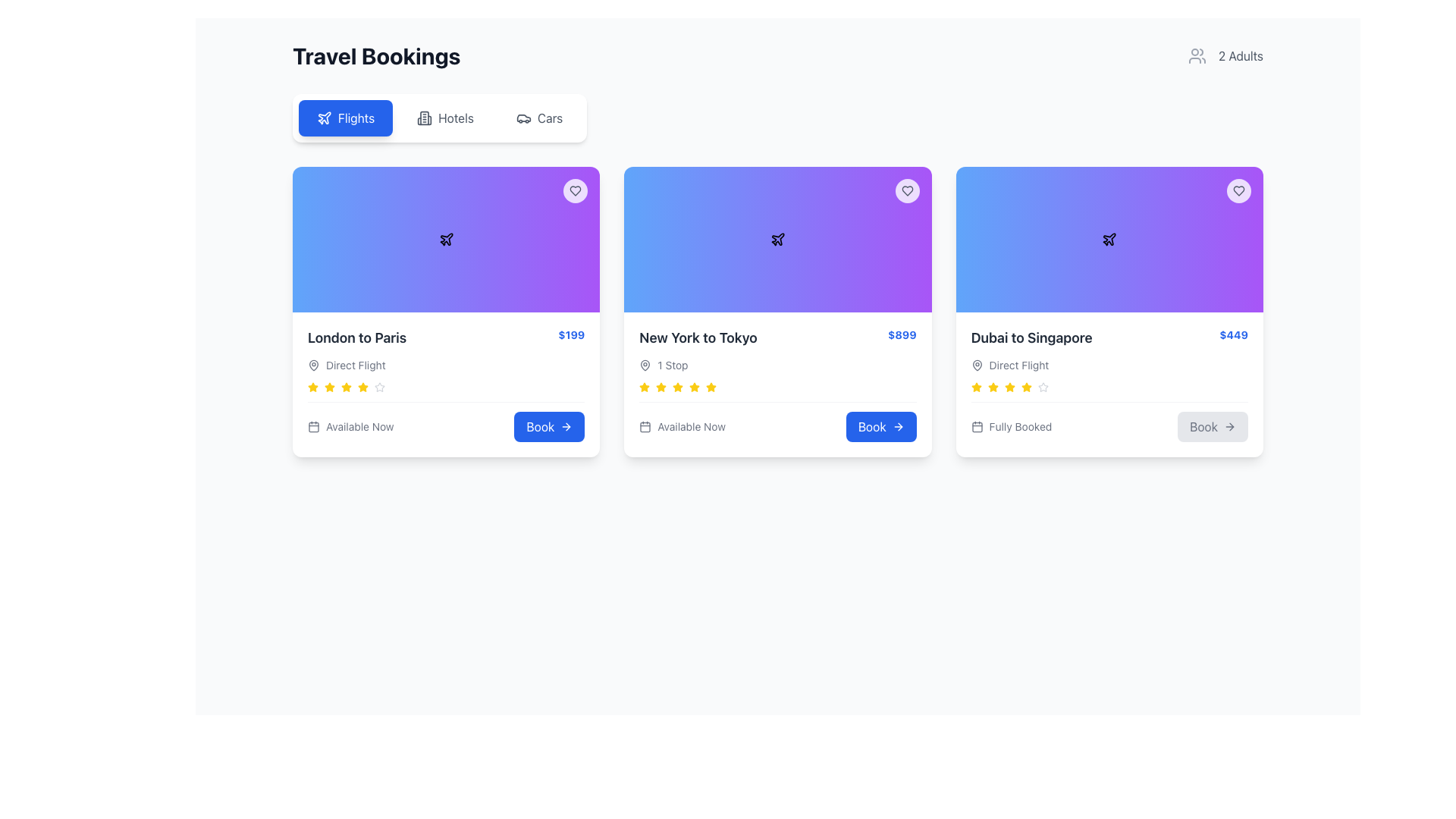  Describe the element at coordinates (907, 190) in the screenshot. I see `the 'favorite' or 'like' button located in the top-right corner of the 'New York` at that location.